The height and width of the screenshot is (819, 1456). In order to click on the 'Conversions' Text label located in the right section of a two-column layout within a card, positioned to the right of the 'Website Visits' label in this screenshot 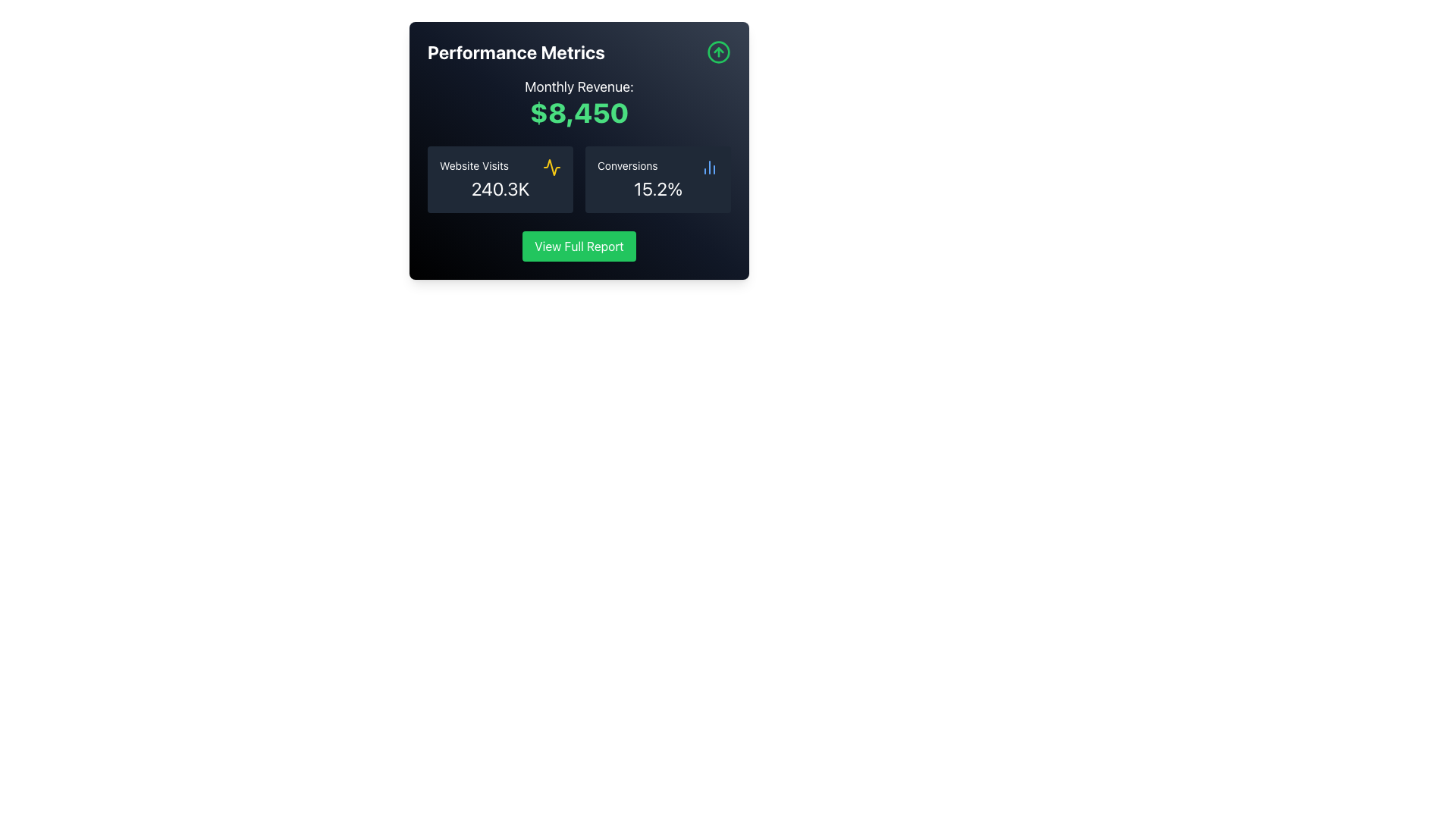, I will do `click(627, 167)`.